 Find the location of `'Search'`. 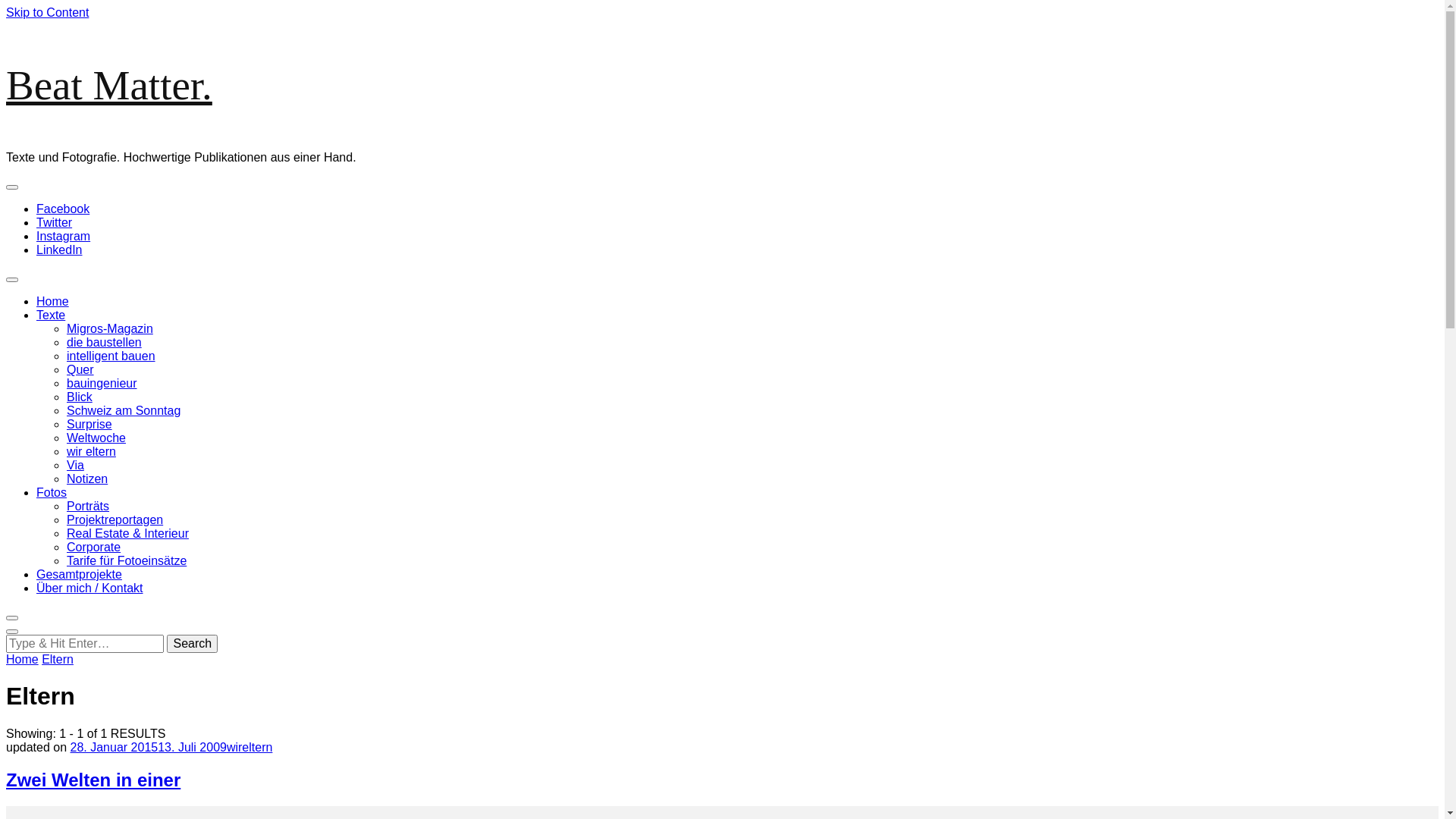

'Search' is located at coordinates (191, 643).